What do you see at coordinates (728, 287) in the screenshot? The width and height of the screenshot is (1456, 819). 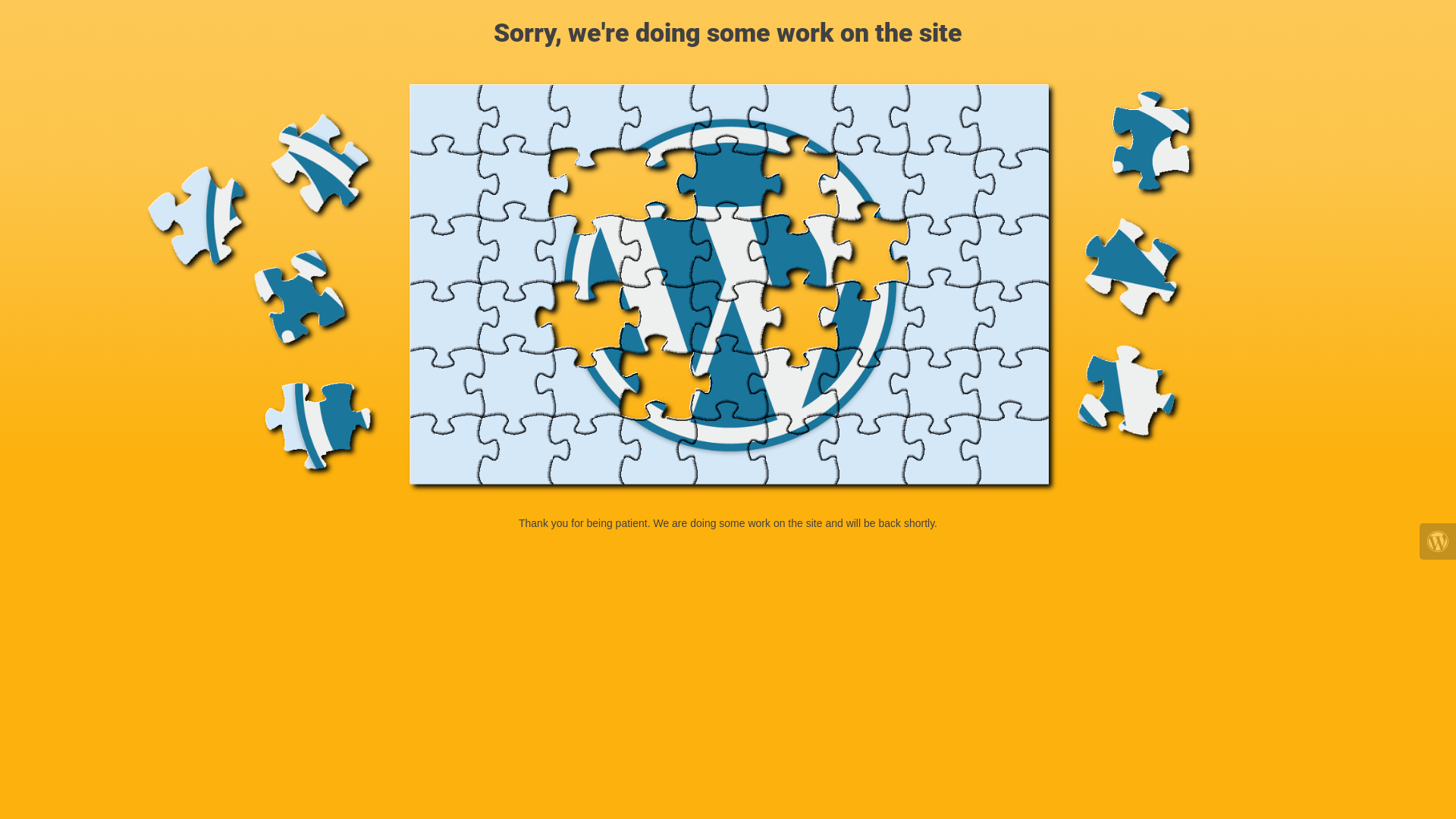 I see `'We're putting together a new site for you'` at bounding box center [728, 287].